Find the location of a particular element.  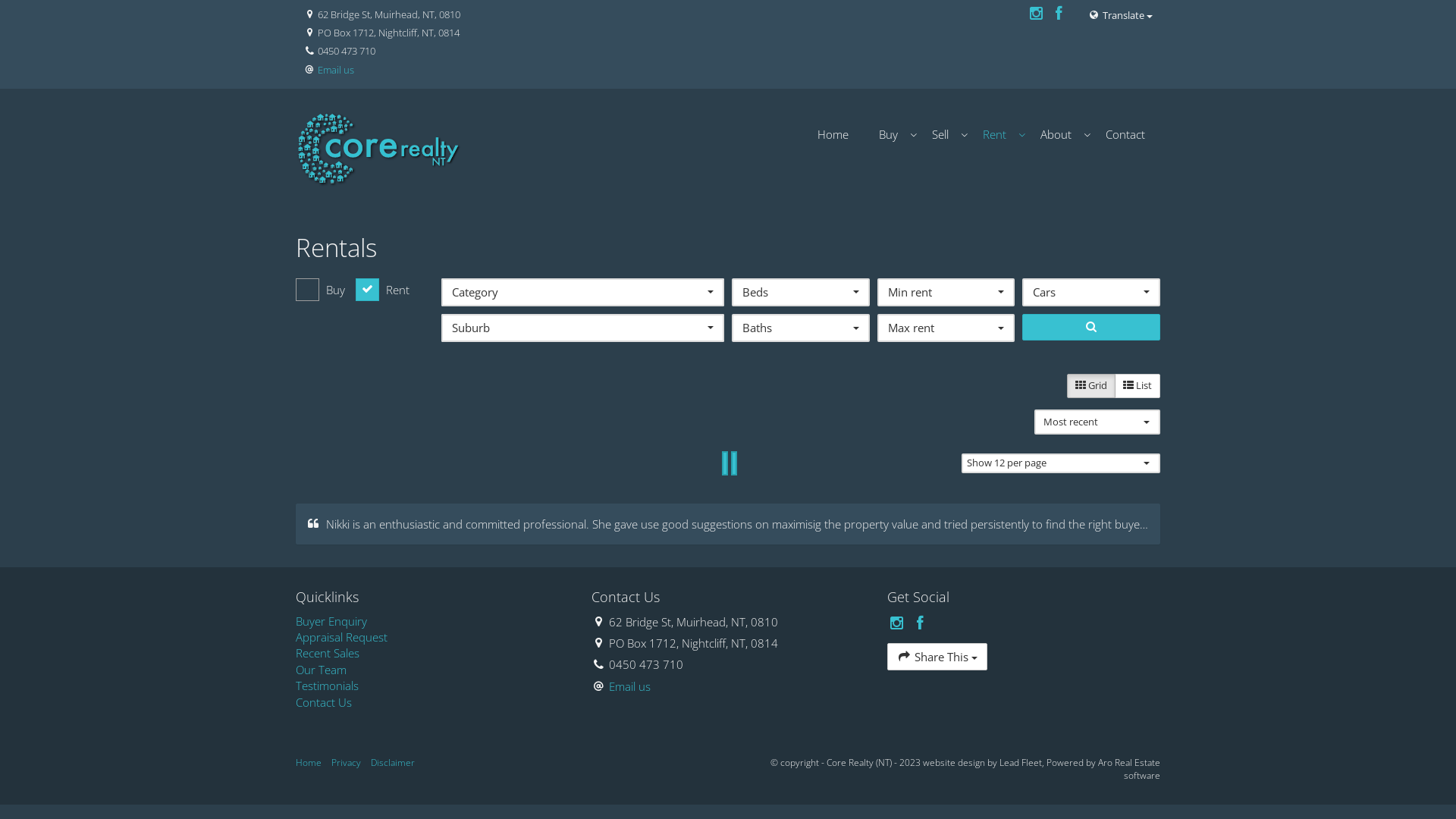

'Email us' is located at coordinates (334, 70).